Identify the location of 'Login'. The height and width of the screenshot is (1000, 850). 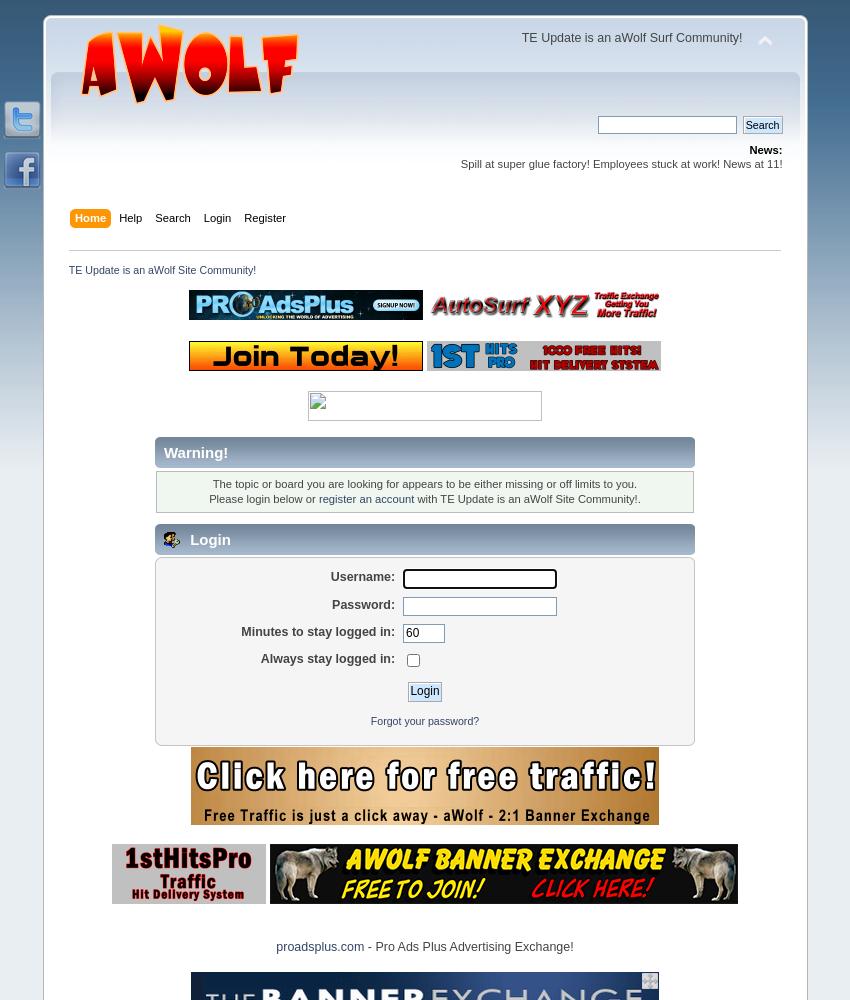
(206, 539).